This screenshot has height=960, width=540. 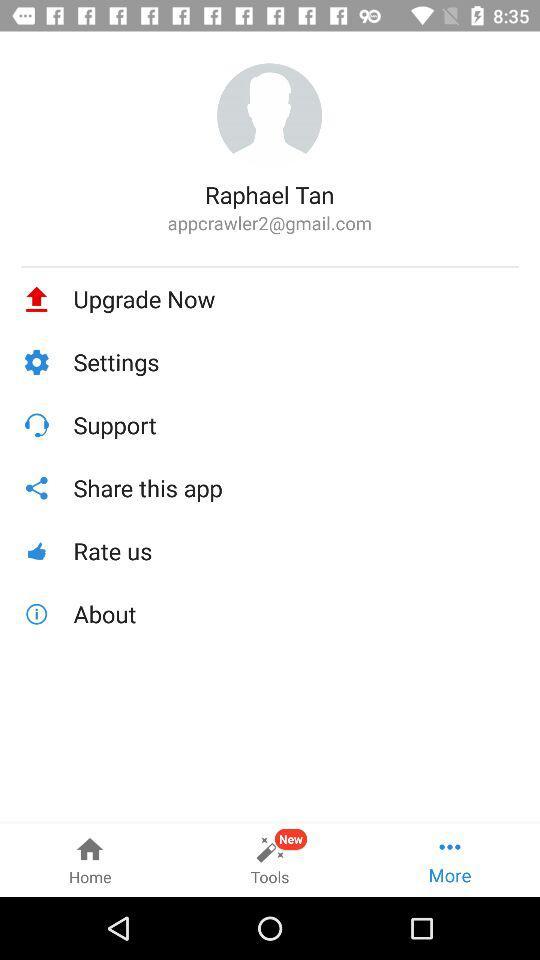 What do you see at coordinates (295, 551) in the screenshot?
I see `rate us icon` at bounding box center [295, 551].